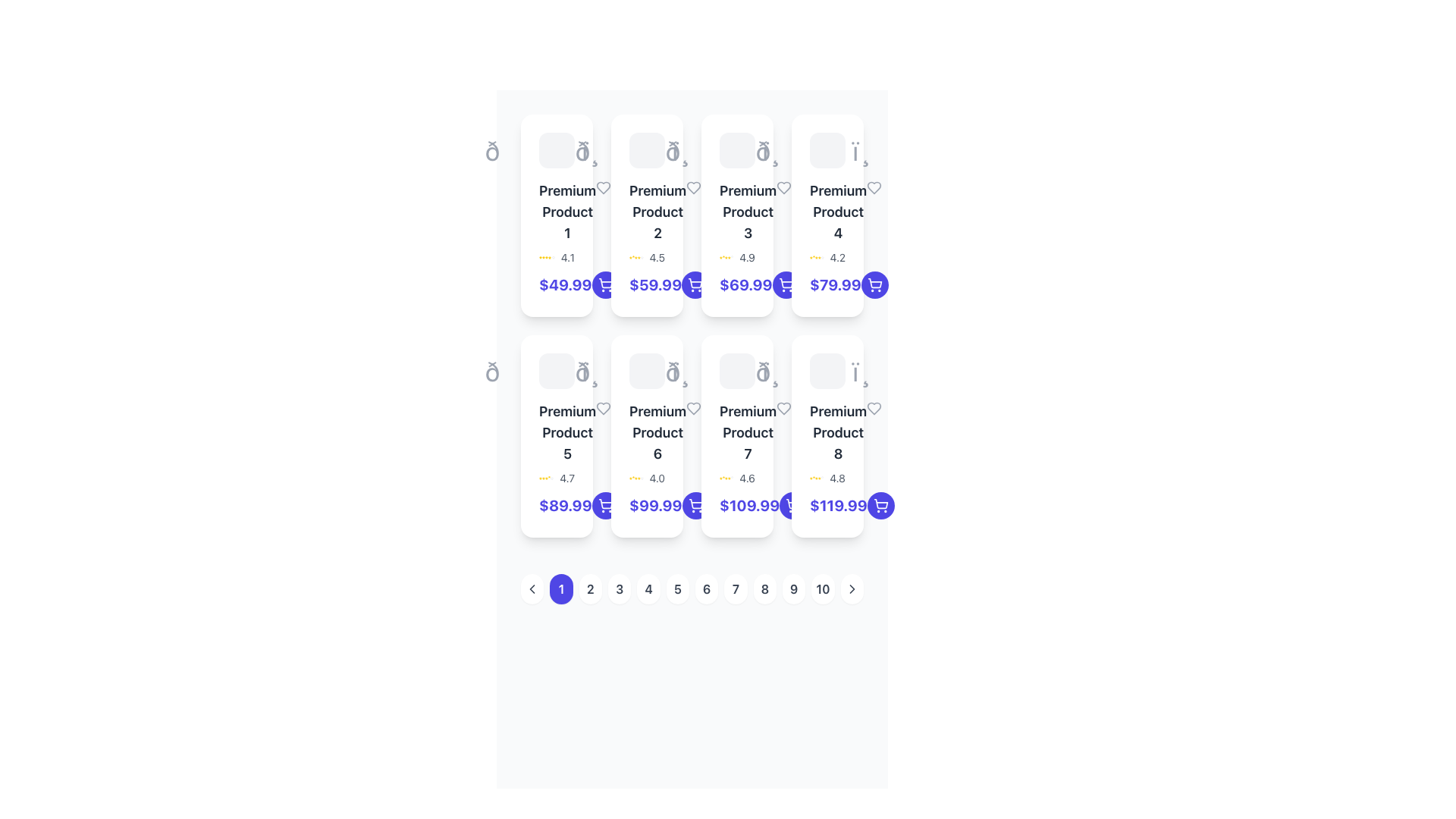 This screenshot has height=819, width=1456. Describe the element at coordinates (556, 432) in the screenshot. I see `the label that identifies the product 'Premium Product 5' located at the top section of its product card within the second row and first column of the grid layout` at that location.